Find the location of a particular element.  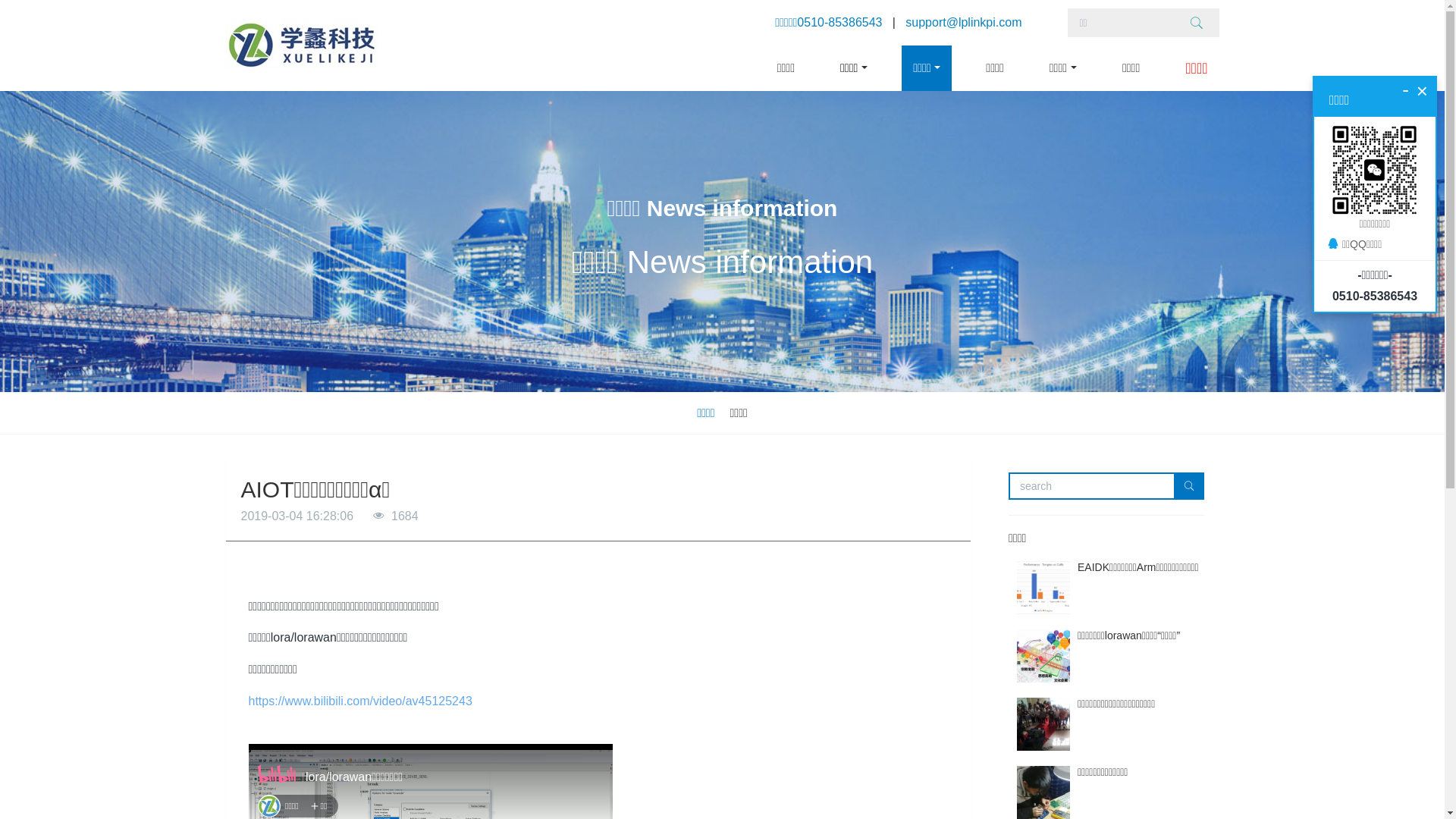

'-' is located at coordinates (1404, 89).